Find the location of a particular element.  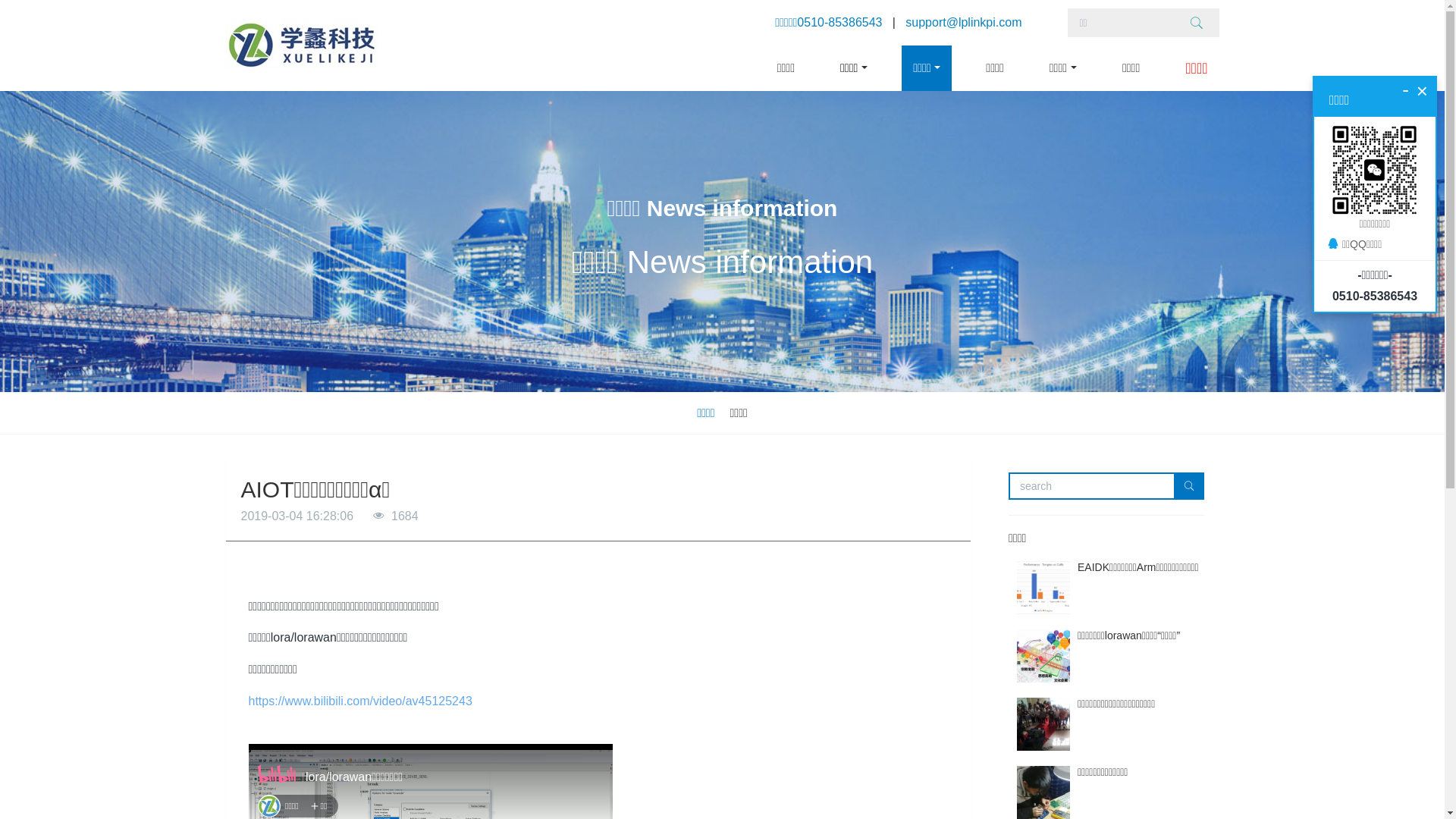

'-' is located at coordinates (1404, 89).